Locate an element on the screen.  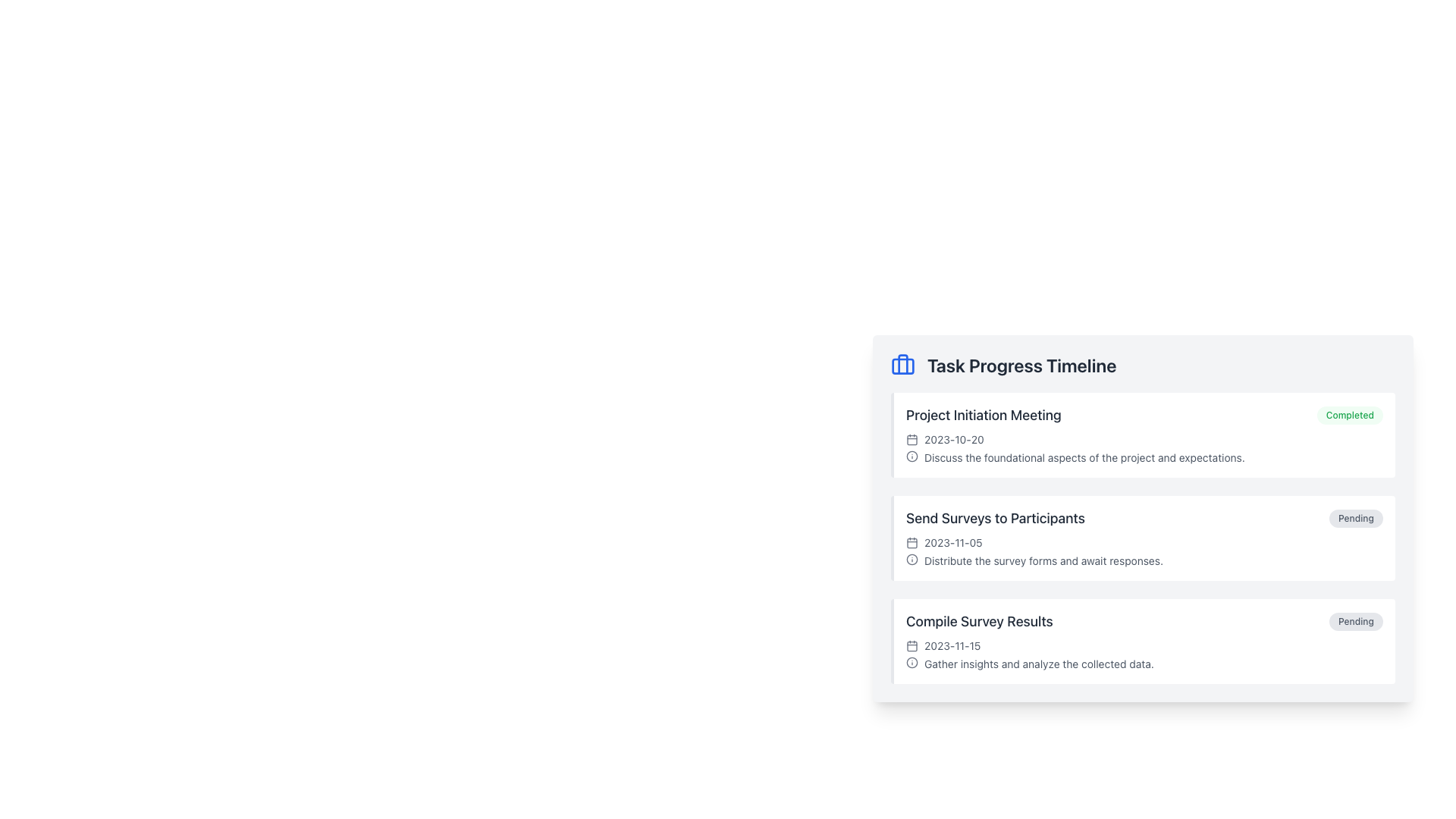
the Information Icon located at the beginning of the text under the 'Project Initiation Meeting' section in the 'Task Progress Timeline' widget is located at coordinates (912, 455).